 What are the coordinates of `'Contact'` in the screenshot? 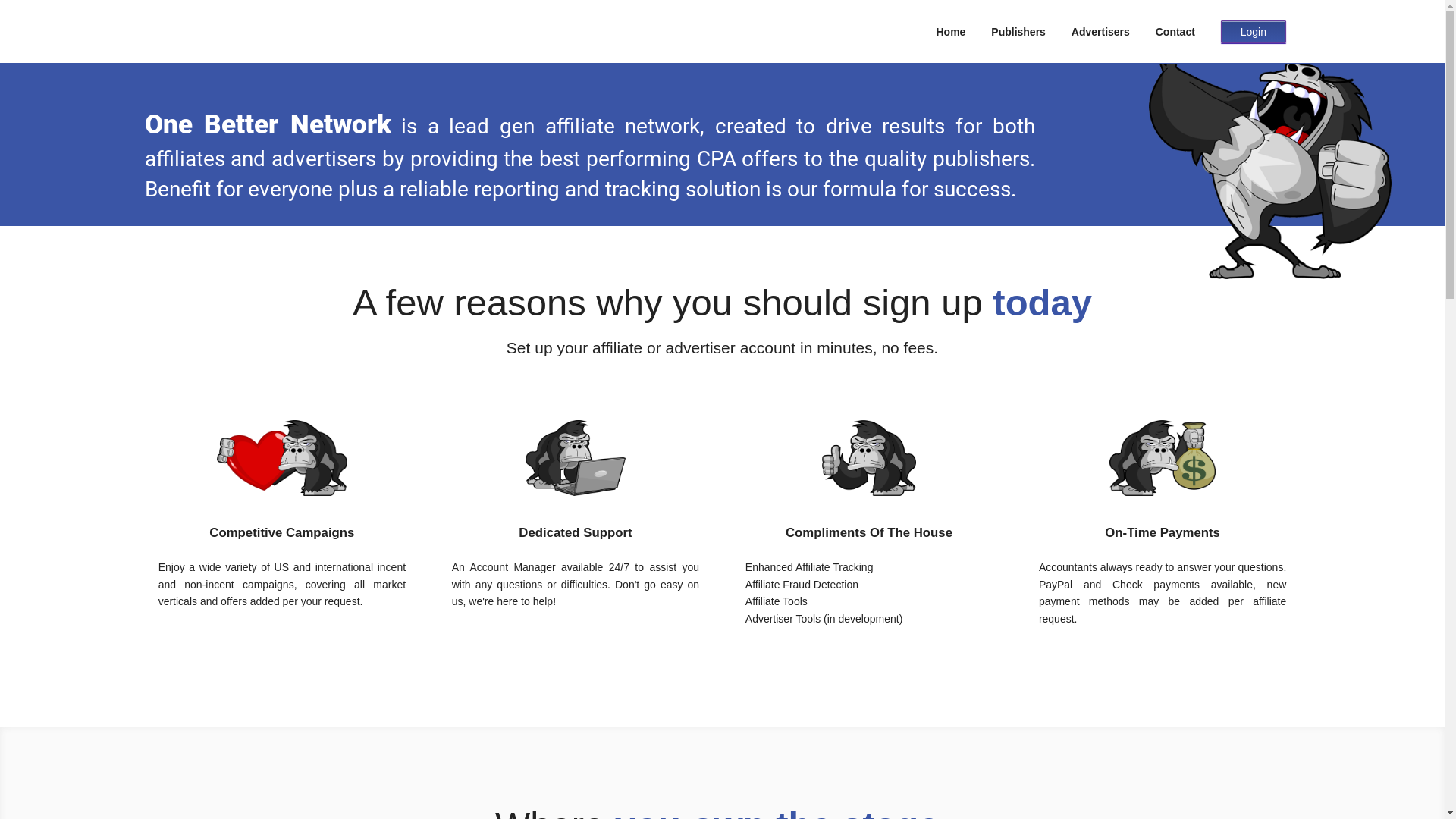 It's located at (1154, 32).